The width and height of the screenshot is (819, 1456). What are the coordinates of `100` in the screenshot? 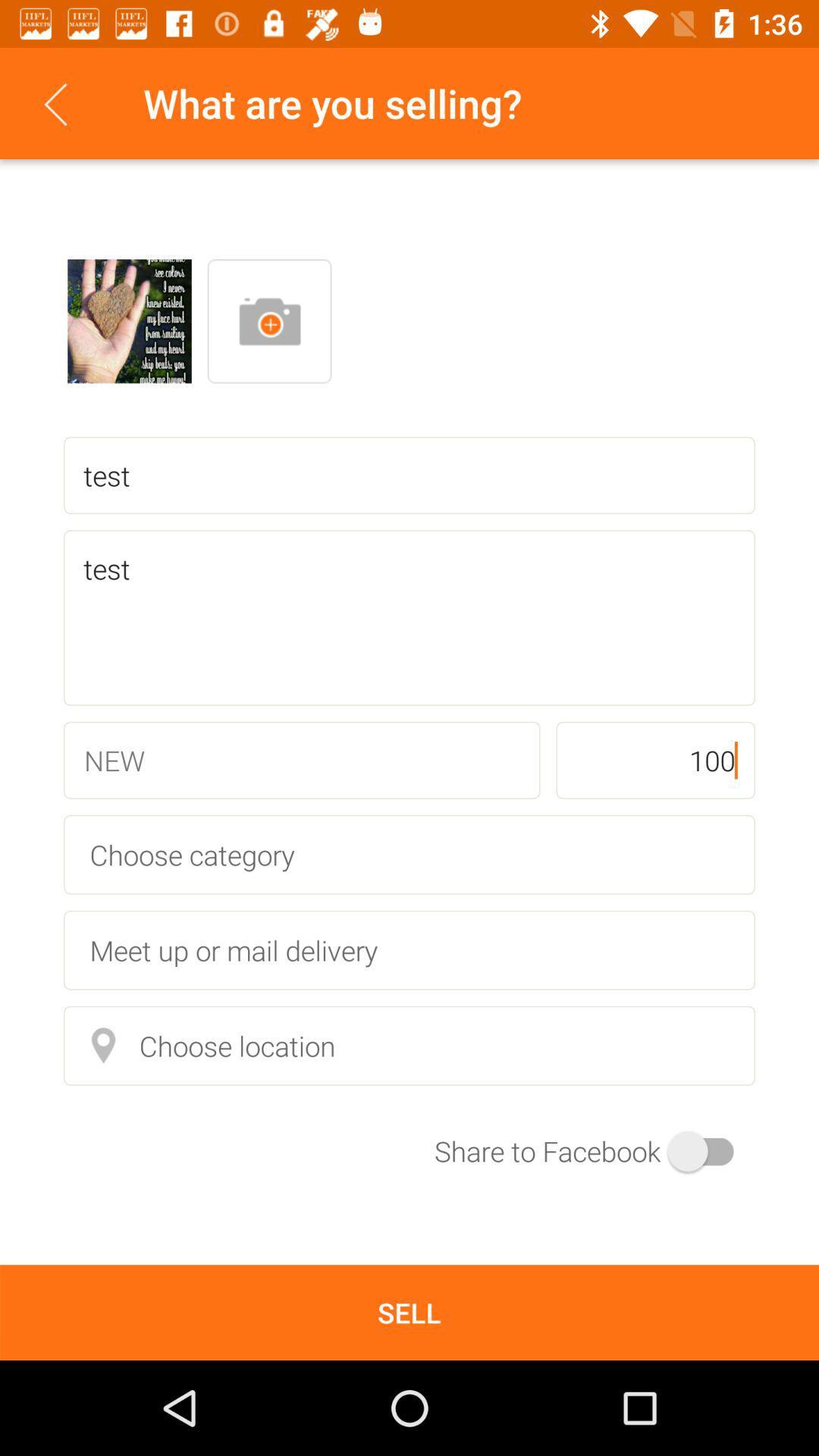 It's located at (654, 760).